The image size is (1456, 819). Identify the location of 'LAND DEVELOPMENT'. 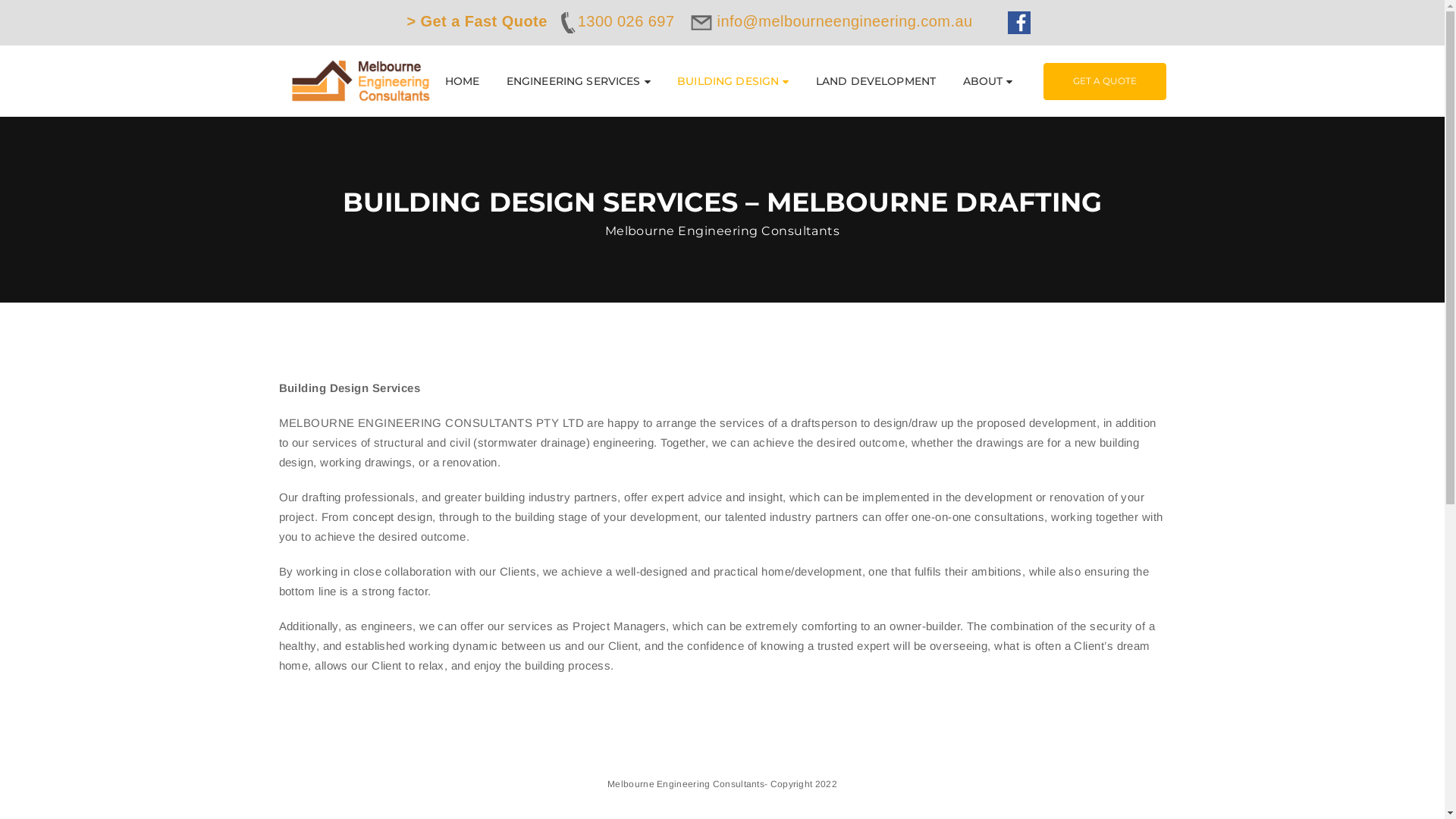
(876, 81).